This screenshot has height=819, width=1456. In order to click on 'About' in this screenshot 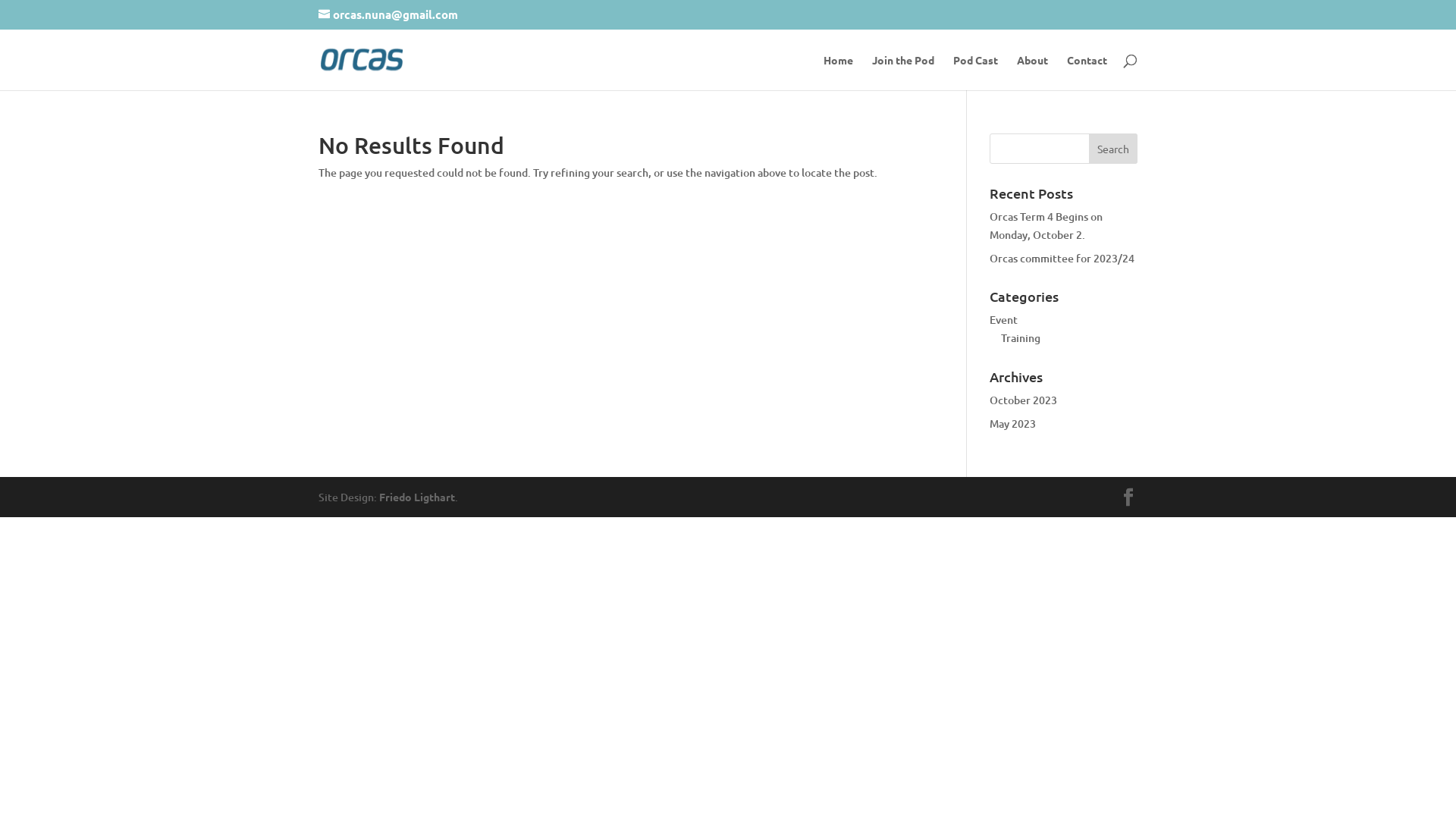, I will do `click(1031, 72)`.